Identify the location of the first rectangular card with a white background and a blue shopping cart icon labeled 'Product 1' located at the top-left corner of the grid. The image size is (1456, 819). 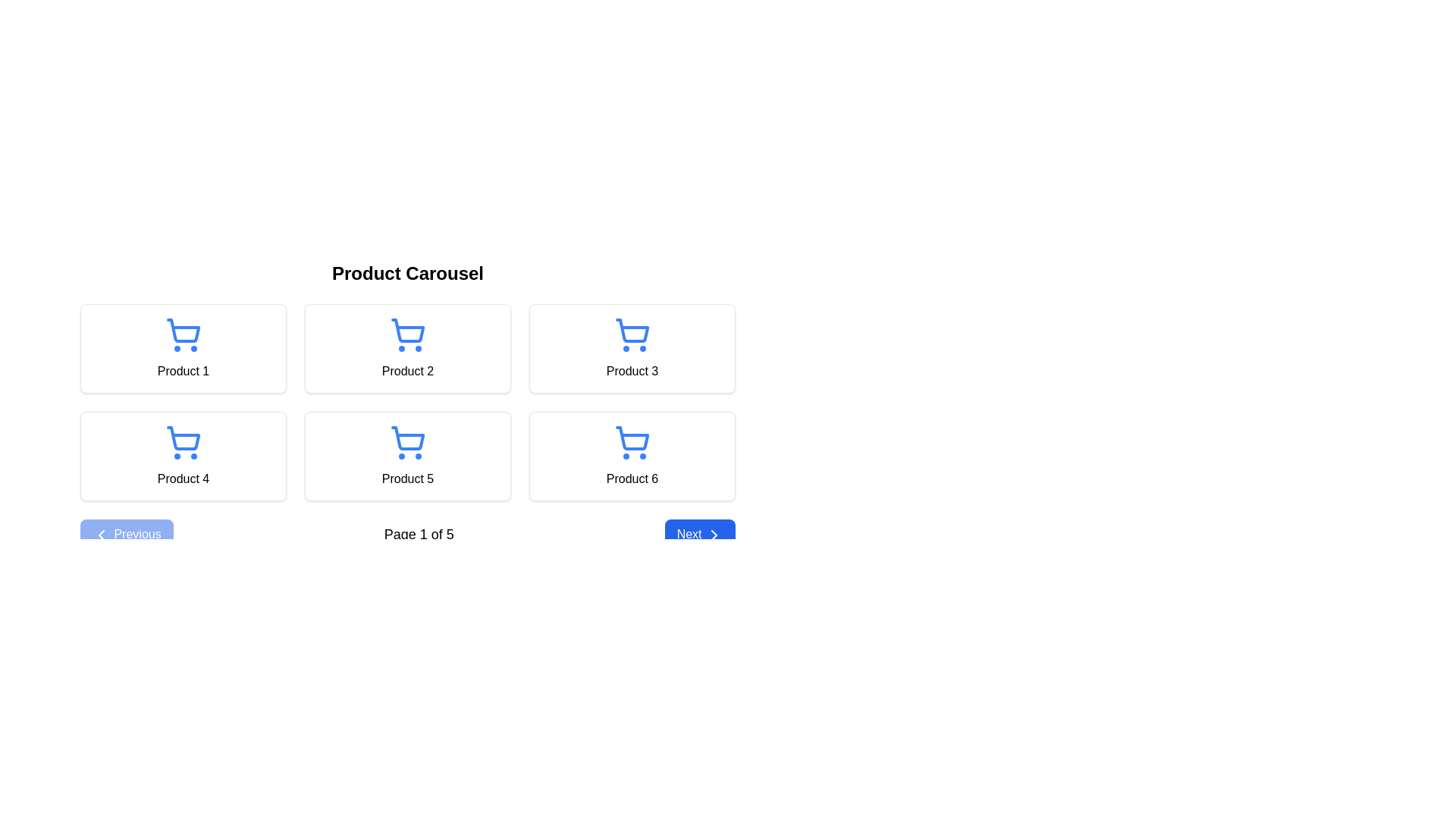
(182, 348).